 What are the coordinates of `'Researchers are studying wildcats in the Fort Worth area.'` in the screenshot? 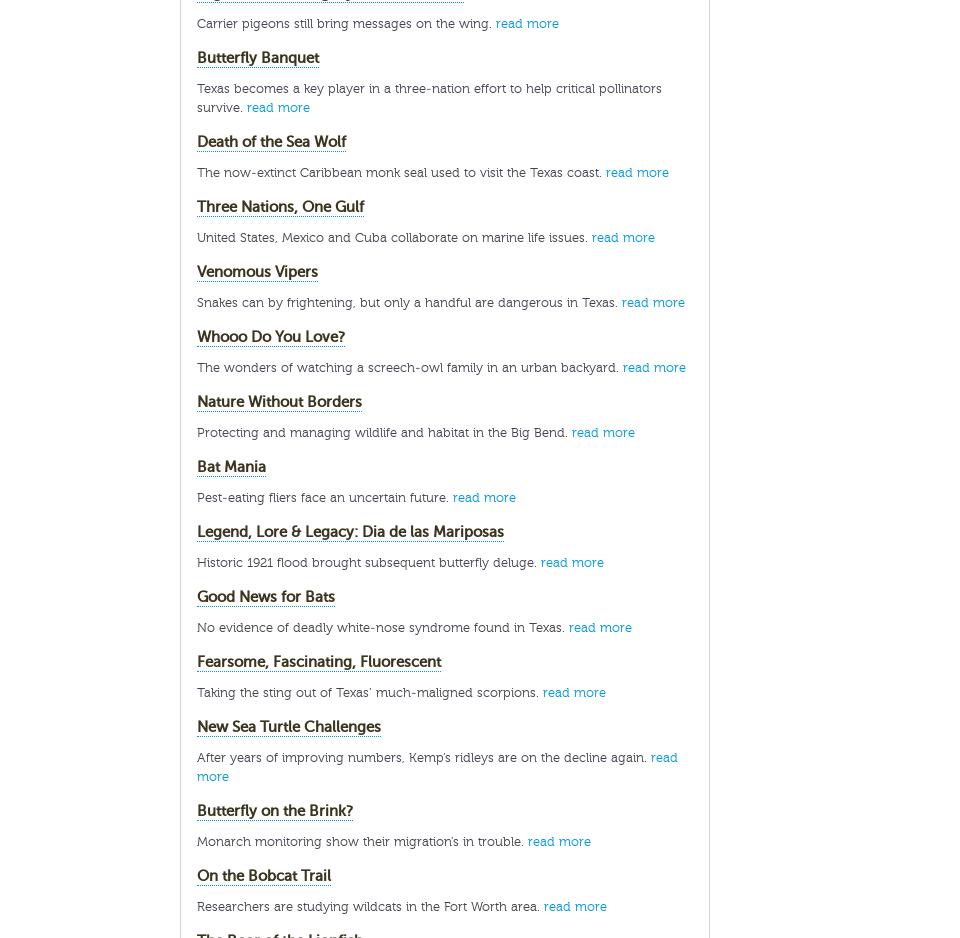 It's located at (369, 906).